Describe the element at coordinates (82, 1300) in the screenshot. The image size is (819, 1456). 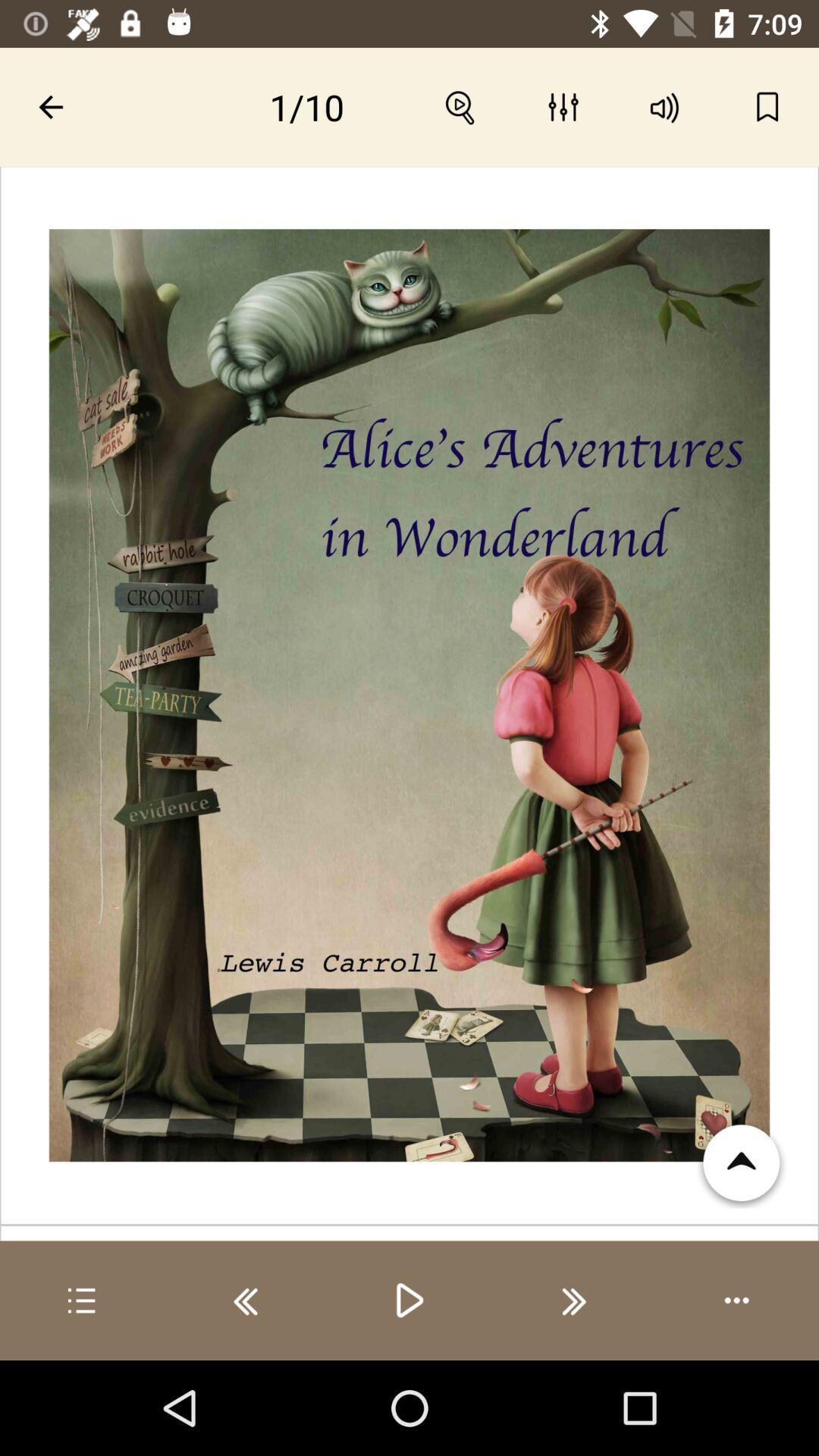
I see `menu` at that location.